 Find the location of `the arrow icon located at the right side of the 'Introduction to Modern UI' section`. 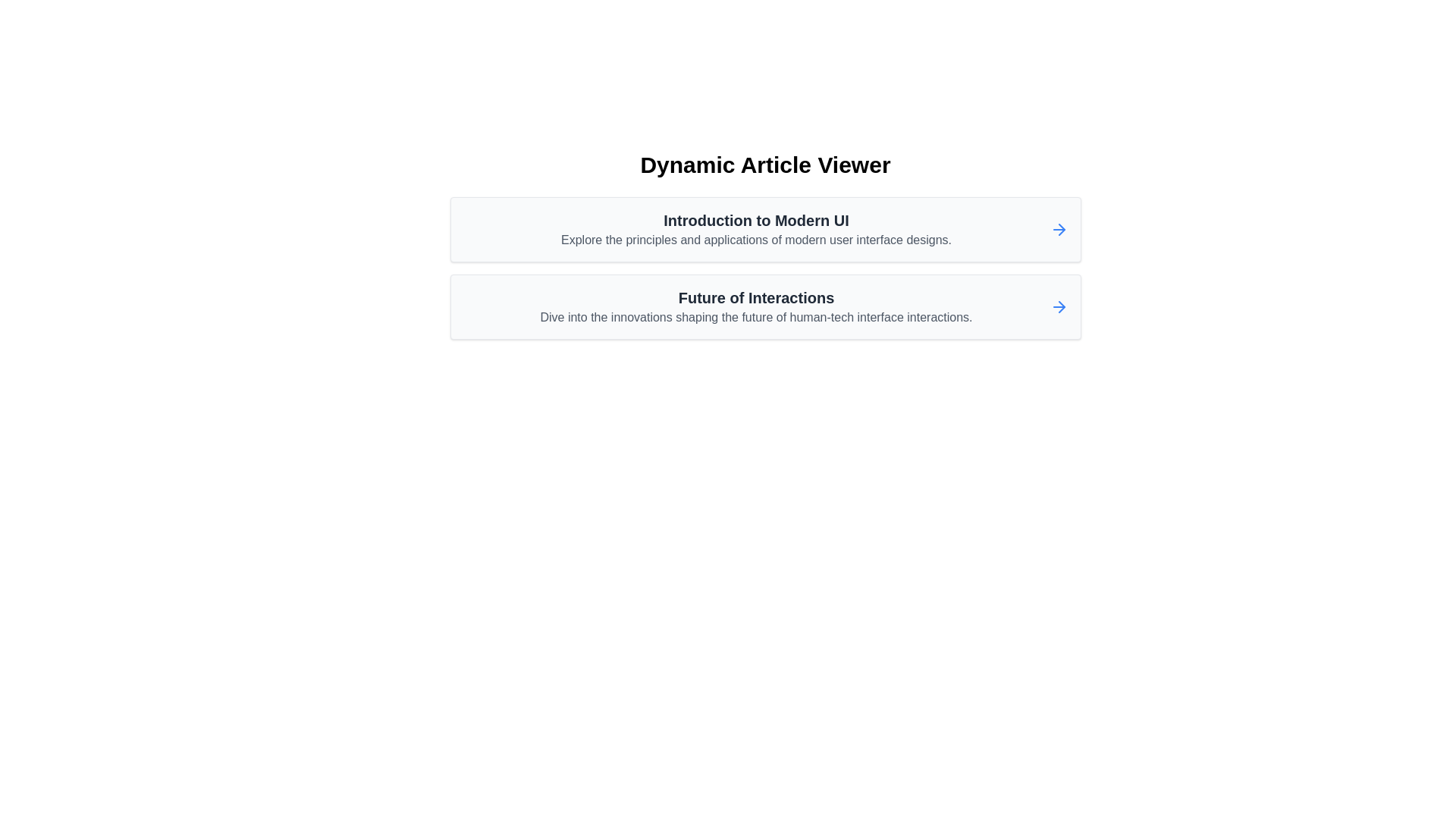

the arrow icon located at the right side of the 'Introduction to Modern UI' section is located at coordinates (1058, 230).